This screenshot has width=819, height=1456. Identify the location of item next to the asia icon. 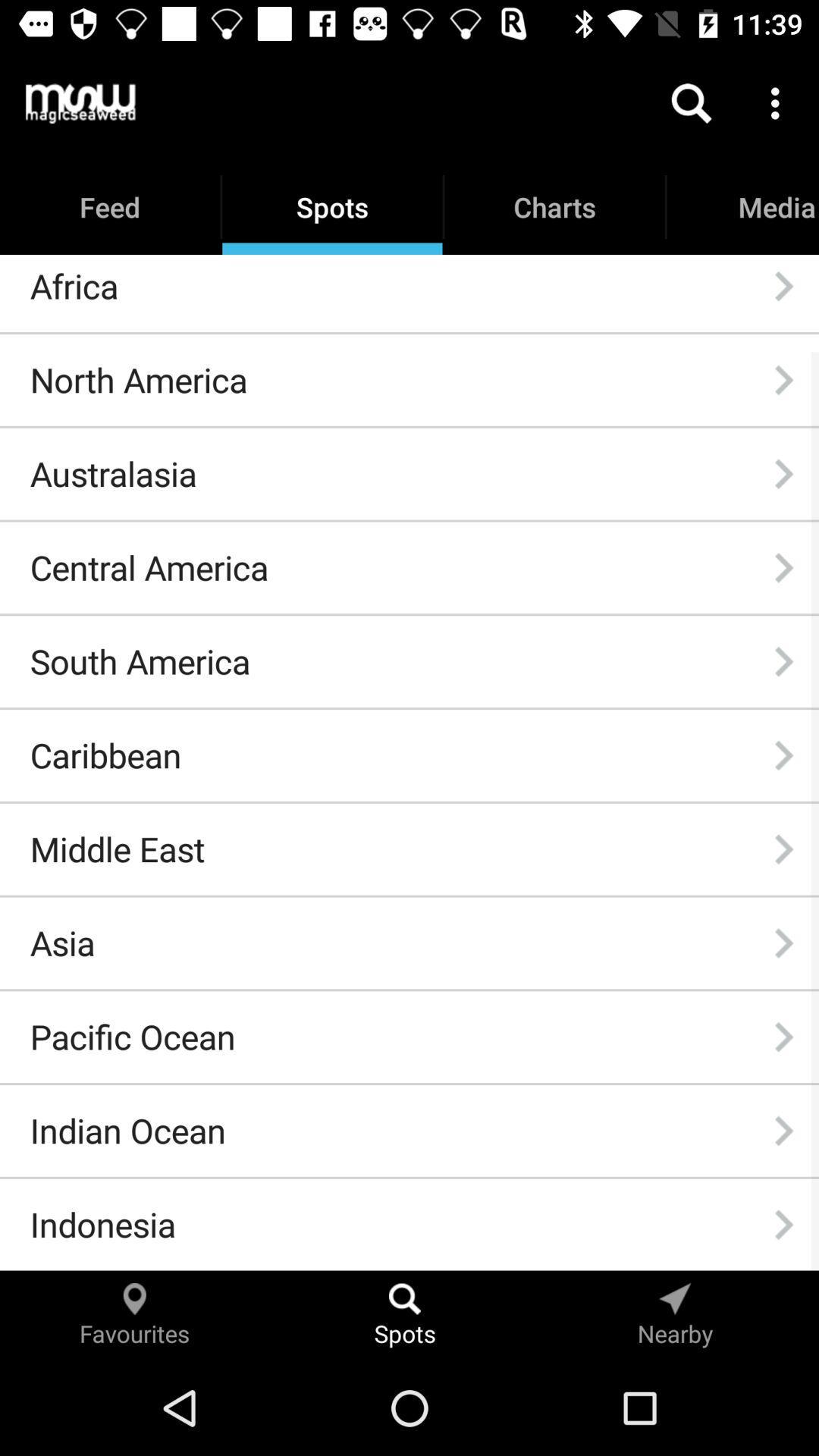
(783, 942).